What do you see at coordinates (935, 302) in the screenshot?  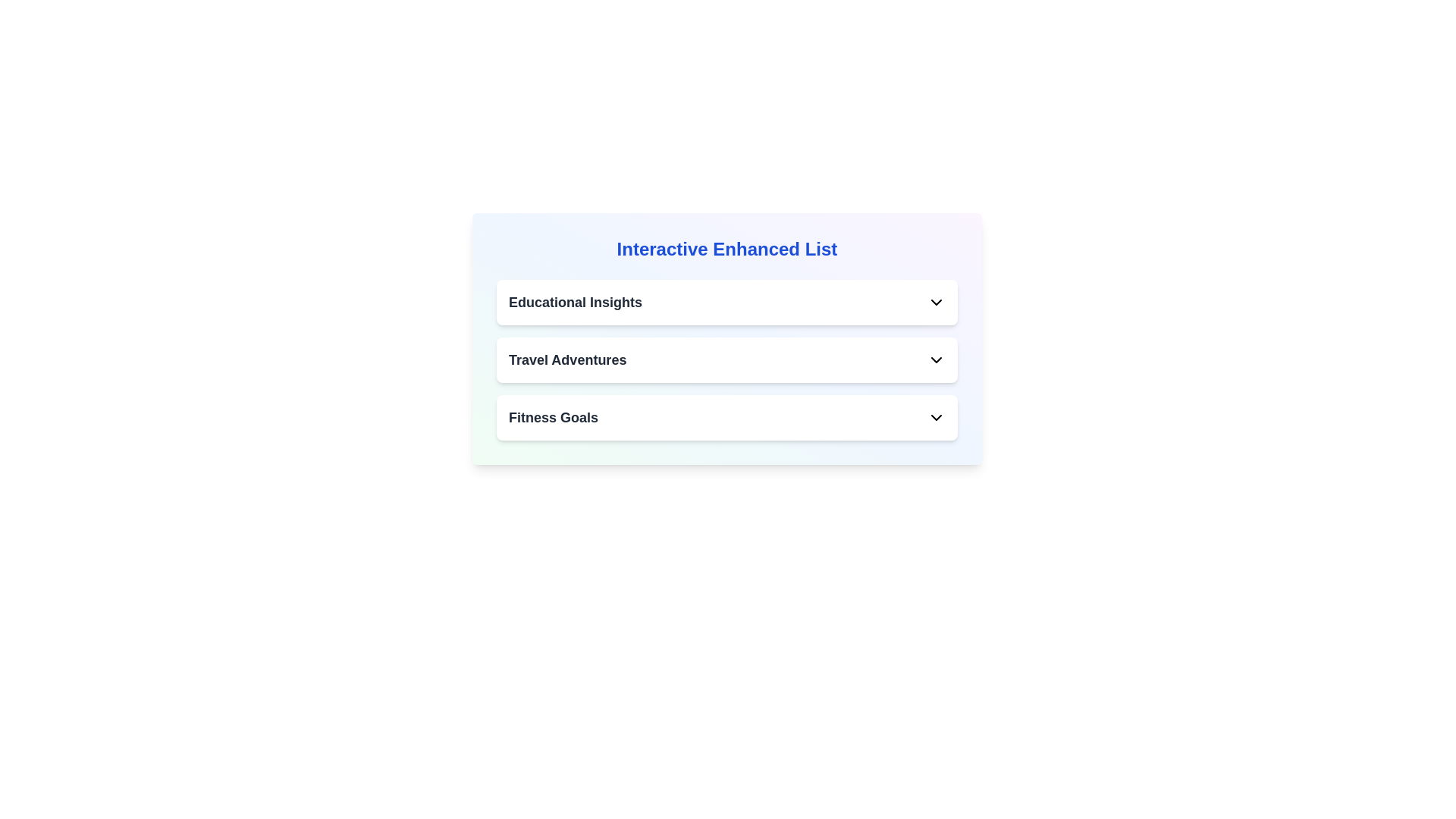 I see `the toggle button of the list item titled Educational Insights to expand it` at bounding box center [935, 302].